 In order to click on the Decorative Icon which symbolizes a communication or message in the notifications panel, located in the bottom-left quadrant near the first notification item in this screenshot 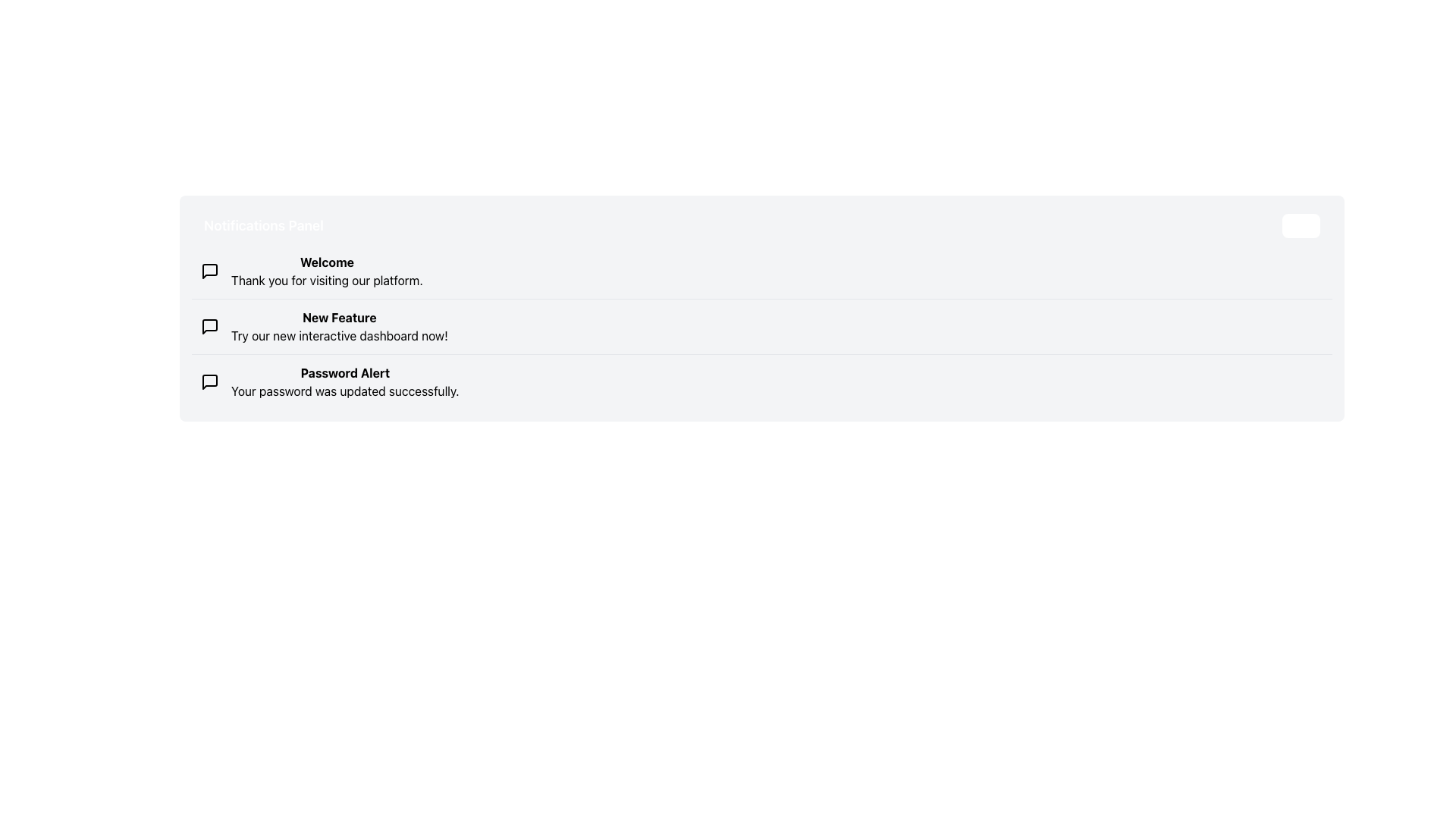, I will do `click(209, 271)`.